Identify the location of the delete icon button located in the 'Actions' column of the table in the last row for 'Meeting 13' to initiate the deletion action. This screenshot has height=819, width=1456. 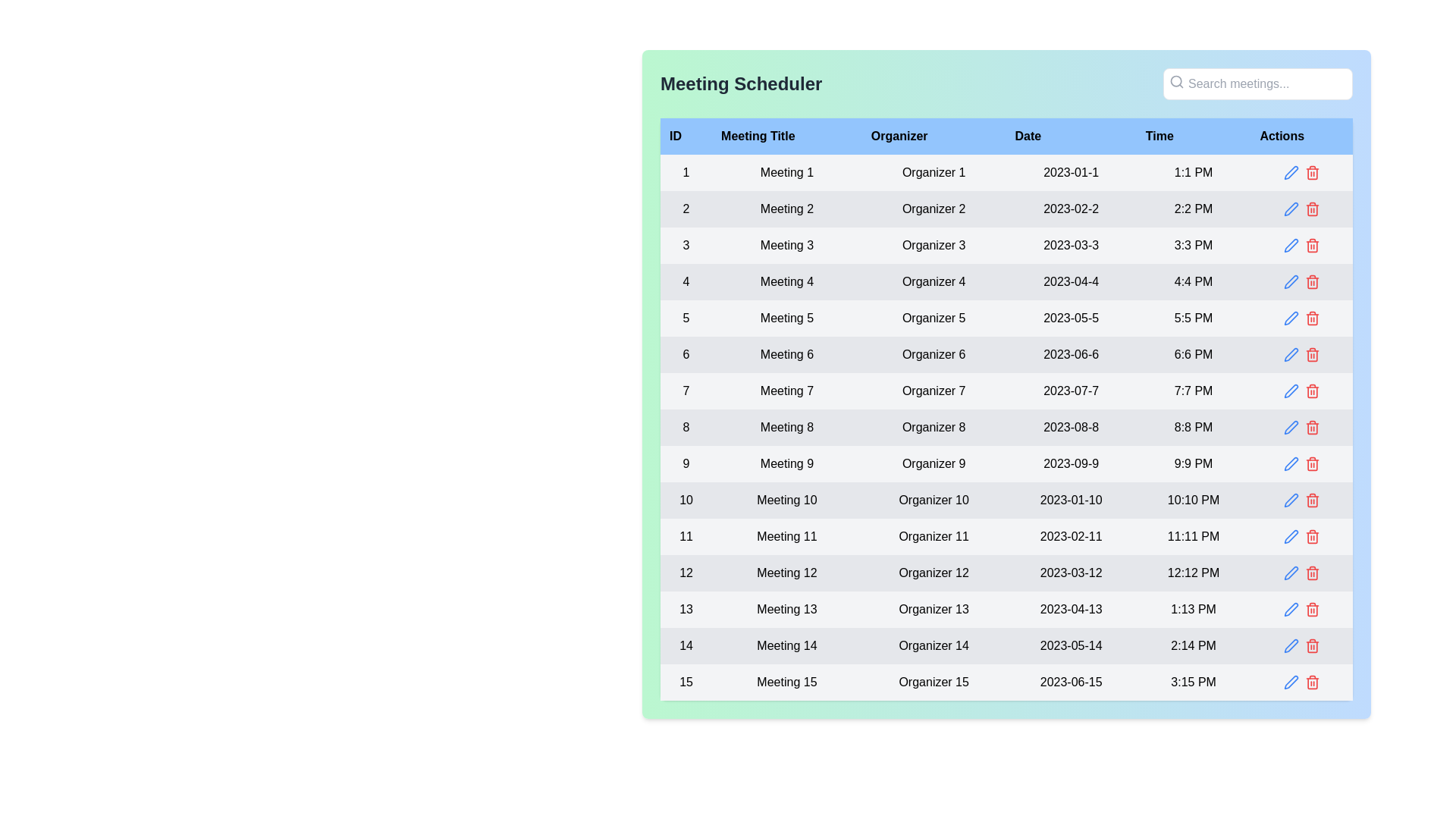
(1311, 608).